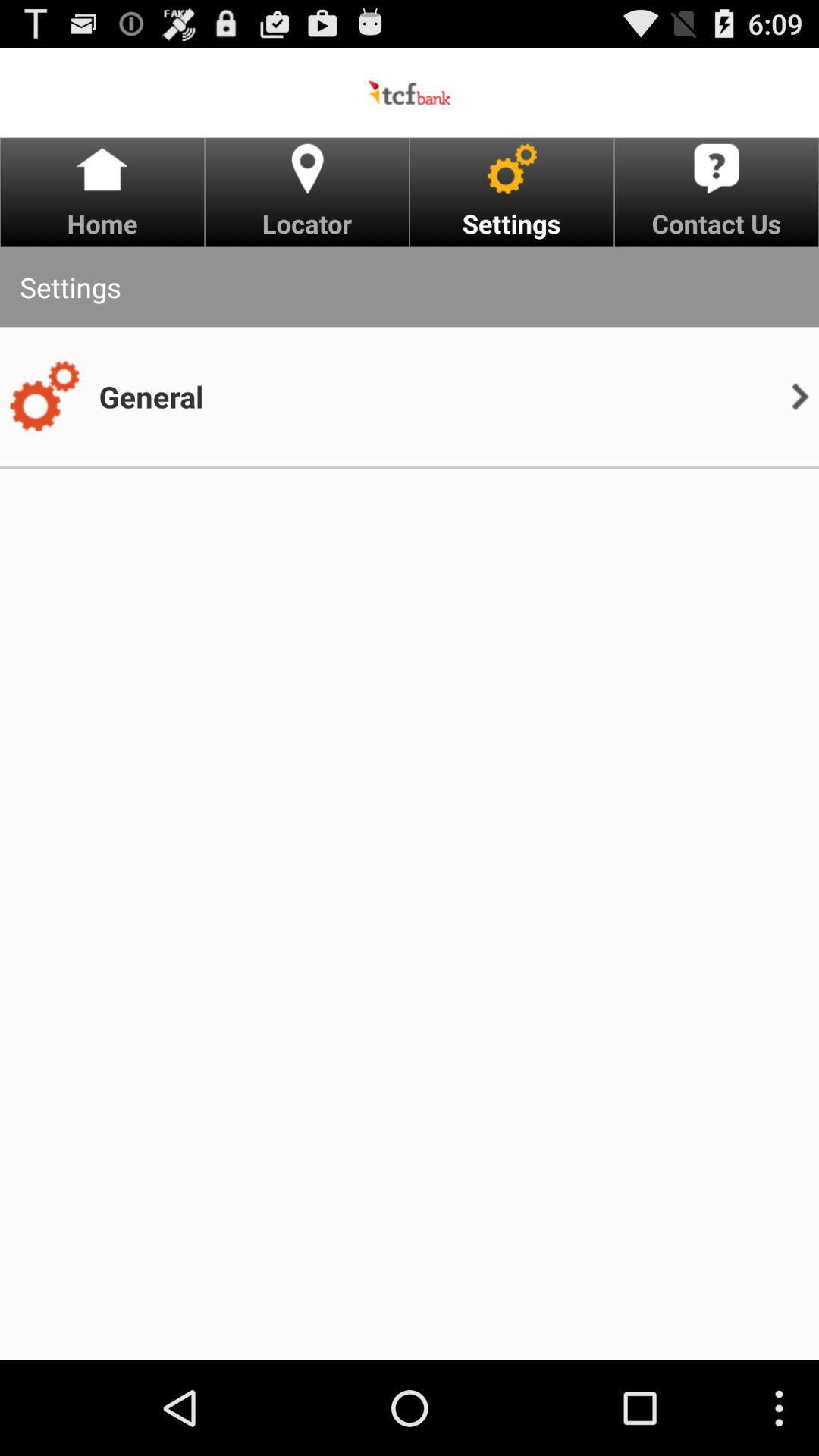 The image size is (819, 1456). What do you see at coordinates (799, 397) in the screenshot?
I see `app to the right of general item` at bounding box center [799, 397].